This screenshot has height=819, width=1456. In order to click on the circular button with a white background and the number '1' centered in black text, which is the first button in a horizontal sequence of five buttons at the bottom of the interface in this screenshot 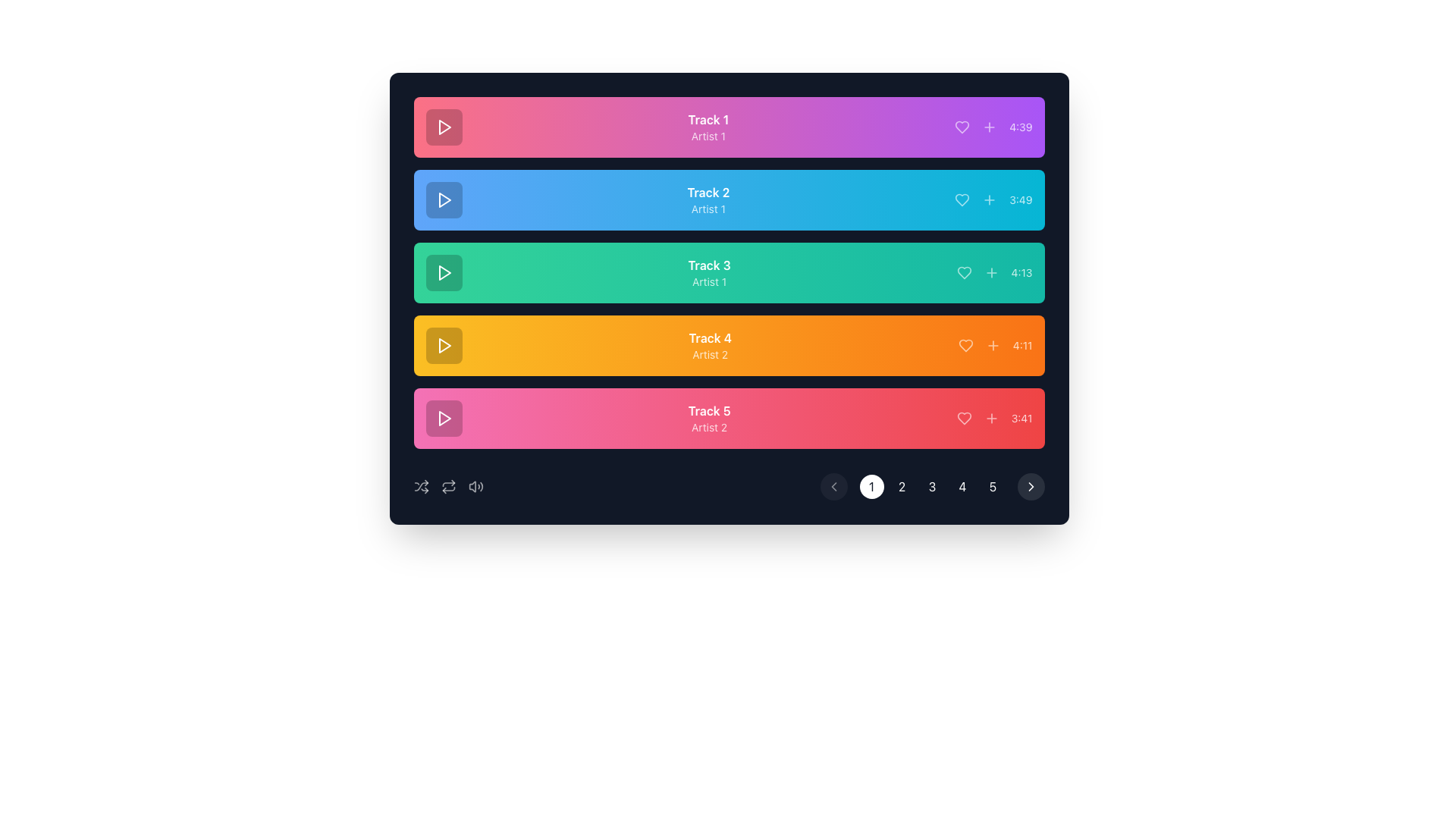, I will do `click(871, 486)`.